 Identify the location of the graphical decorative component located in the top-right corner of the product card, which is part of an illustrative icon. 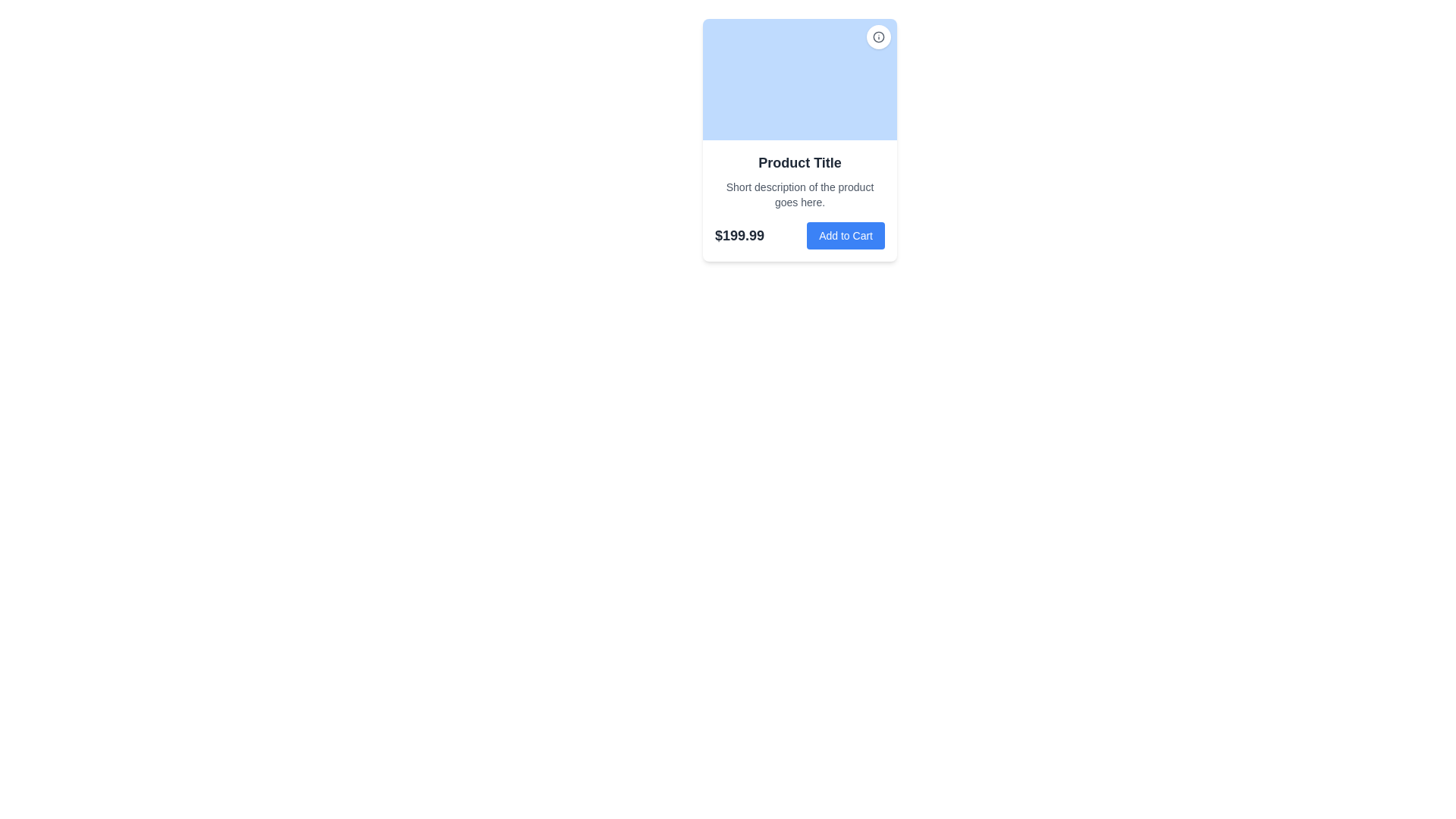
(878, 36).